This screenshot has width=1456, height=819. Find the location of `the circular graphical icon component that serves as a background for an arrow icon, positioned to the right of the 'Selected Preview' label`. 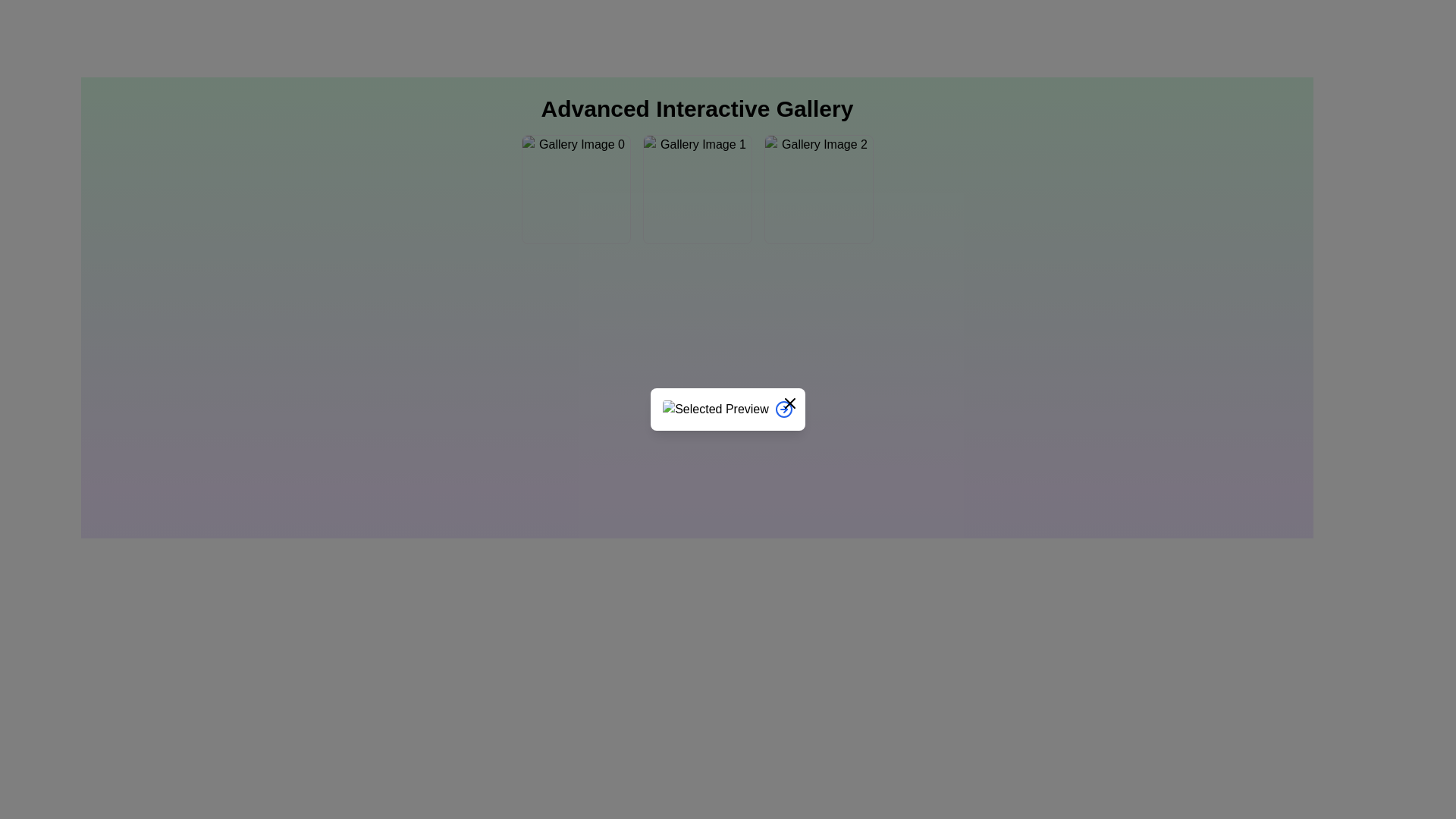

the circular graphical icon component that serves as a background for an arrow icon, positioned to the right of the 'Selected Preview' label is located at coordinates (783, 409).